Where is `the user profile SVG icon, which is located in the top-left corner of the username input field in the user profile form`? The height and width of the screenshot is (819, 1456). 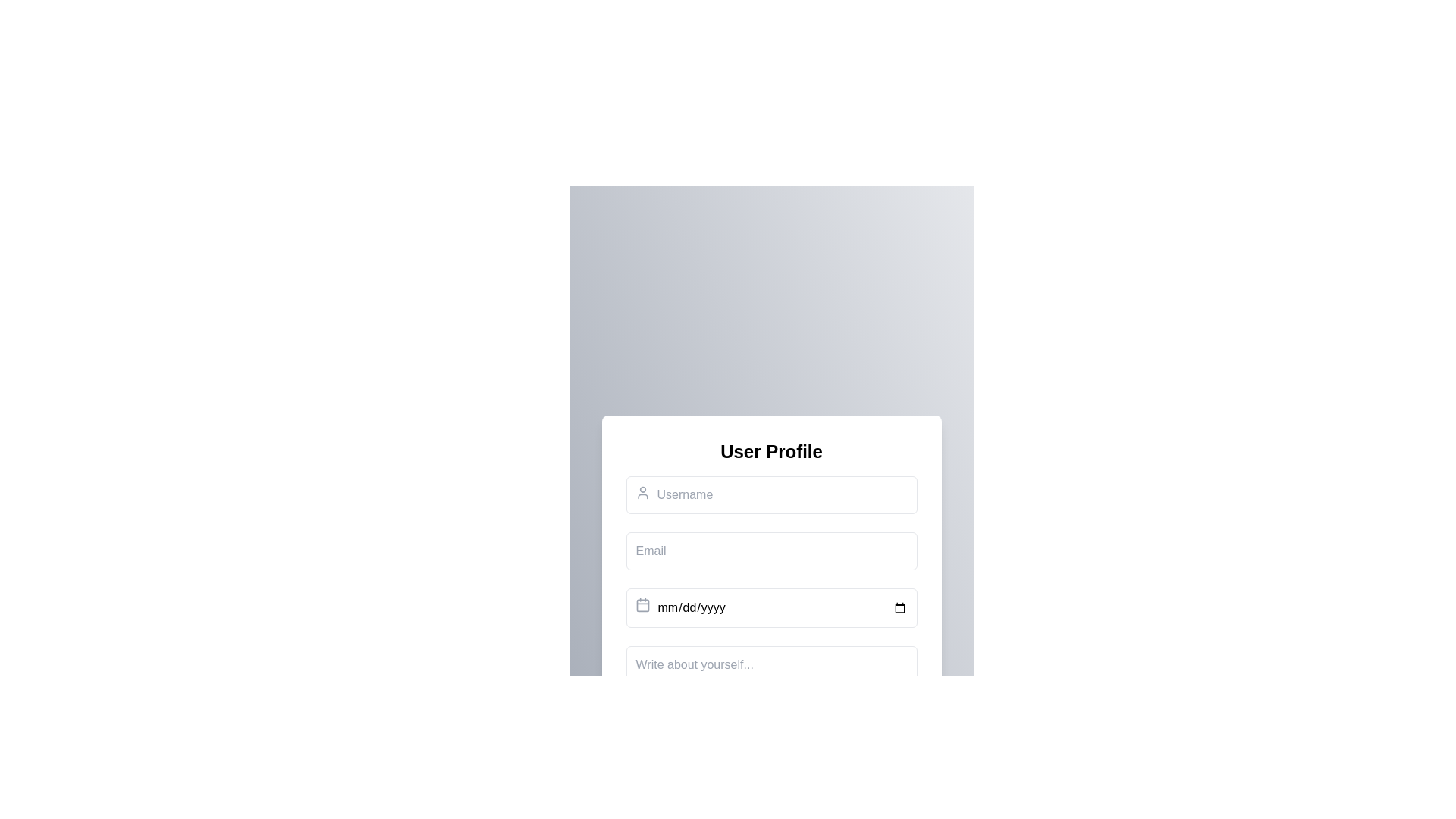
the user profile SVG icon, which is located in the top-left corner of the username input field in the user profile form is located at coordinates (642, 493).